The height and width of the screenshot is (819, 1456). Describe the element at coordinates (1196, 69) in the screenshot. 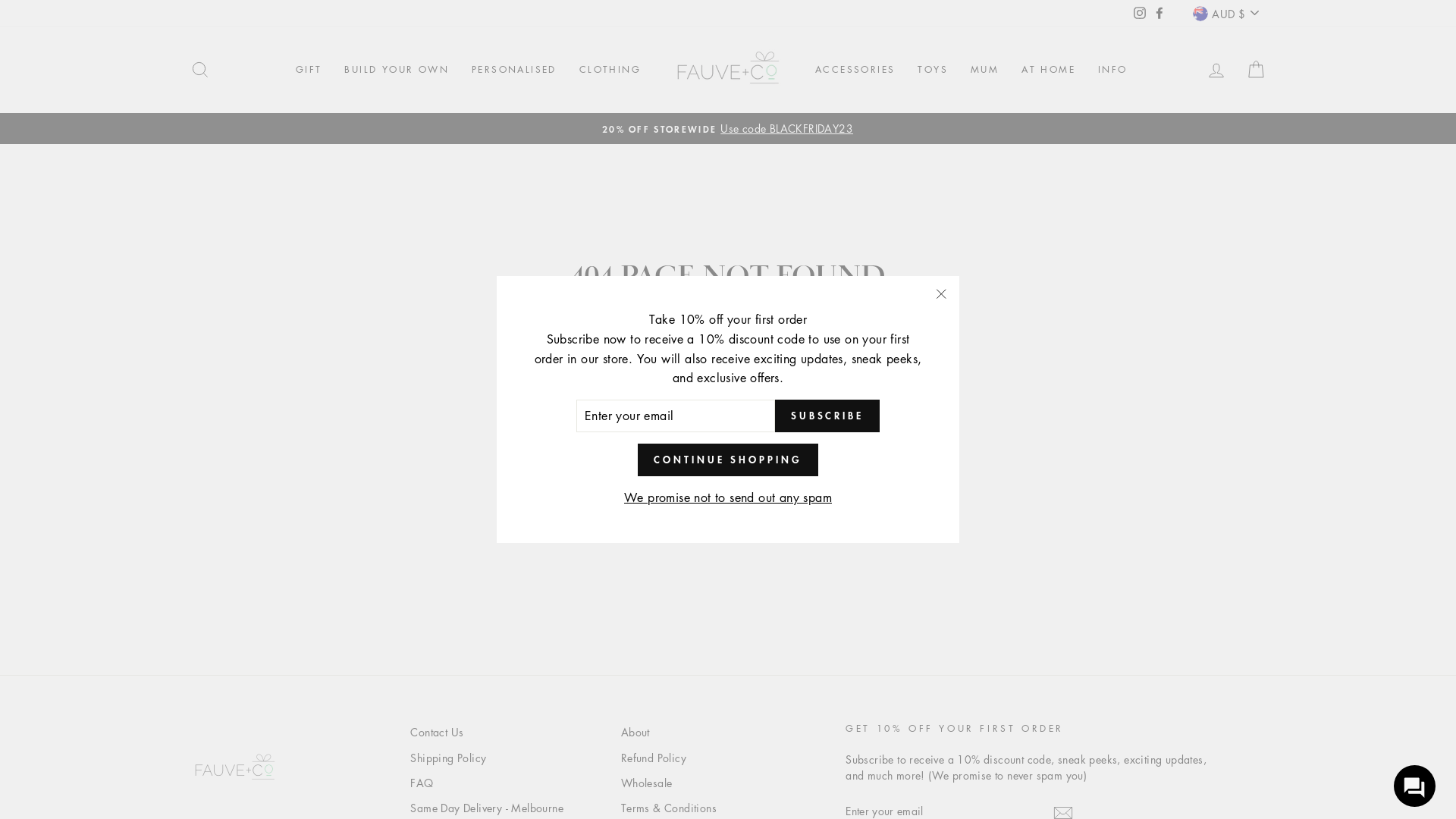

I see `'LOG IN'` at that location.